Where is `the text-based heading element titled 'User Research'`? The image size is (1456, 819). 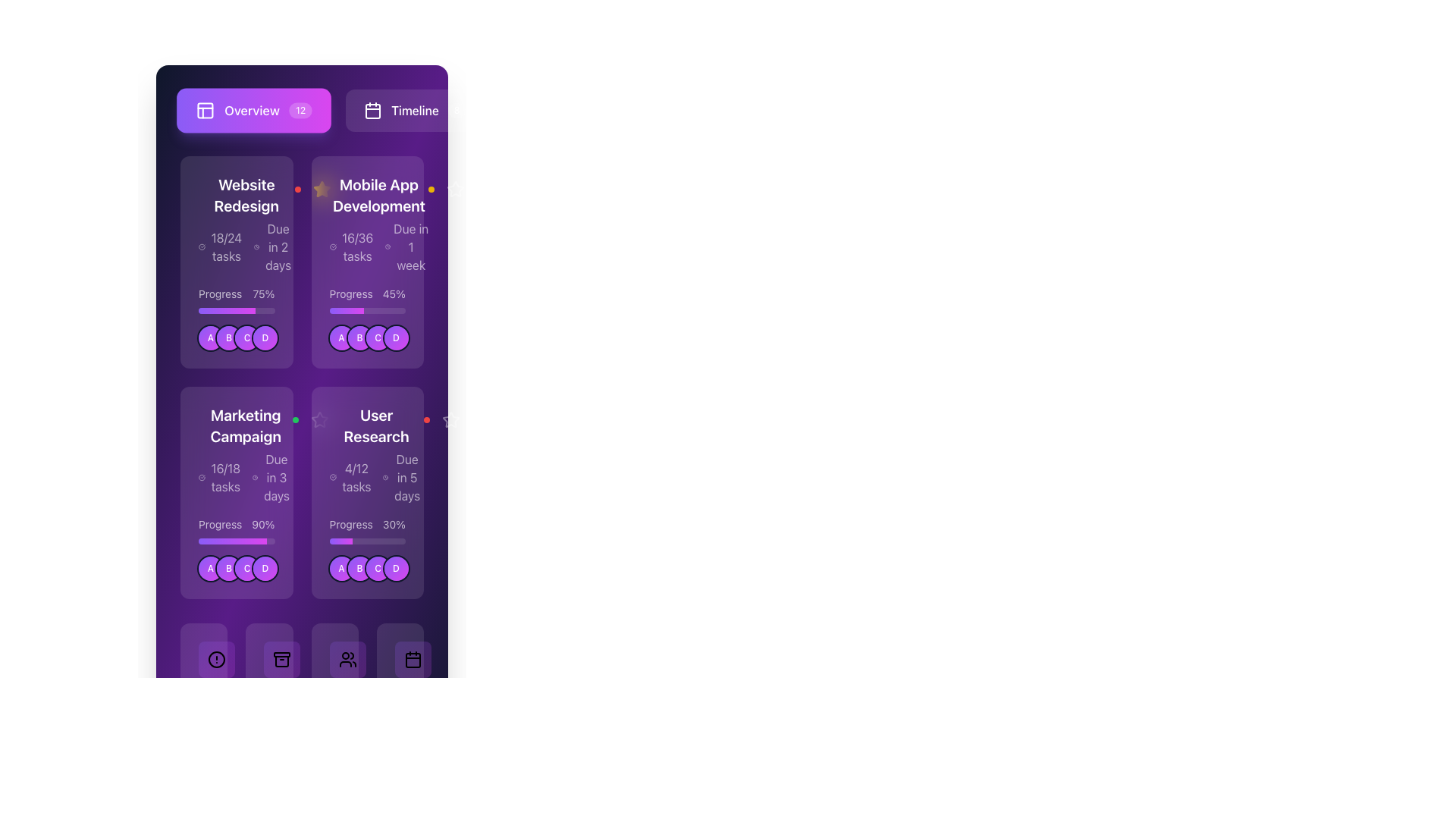 the text-based heading element titled 'User Research' is located at coordinates (376, 426).